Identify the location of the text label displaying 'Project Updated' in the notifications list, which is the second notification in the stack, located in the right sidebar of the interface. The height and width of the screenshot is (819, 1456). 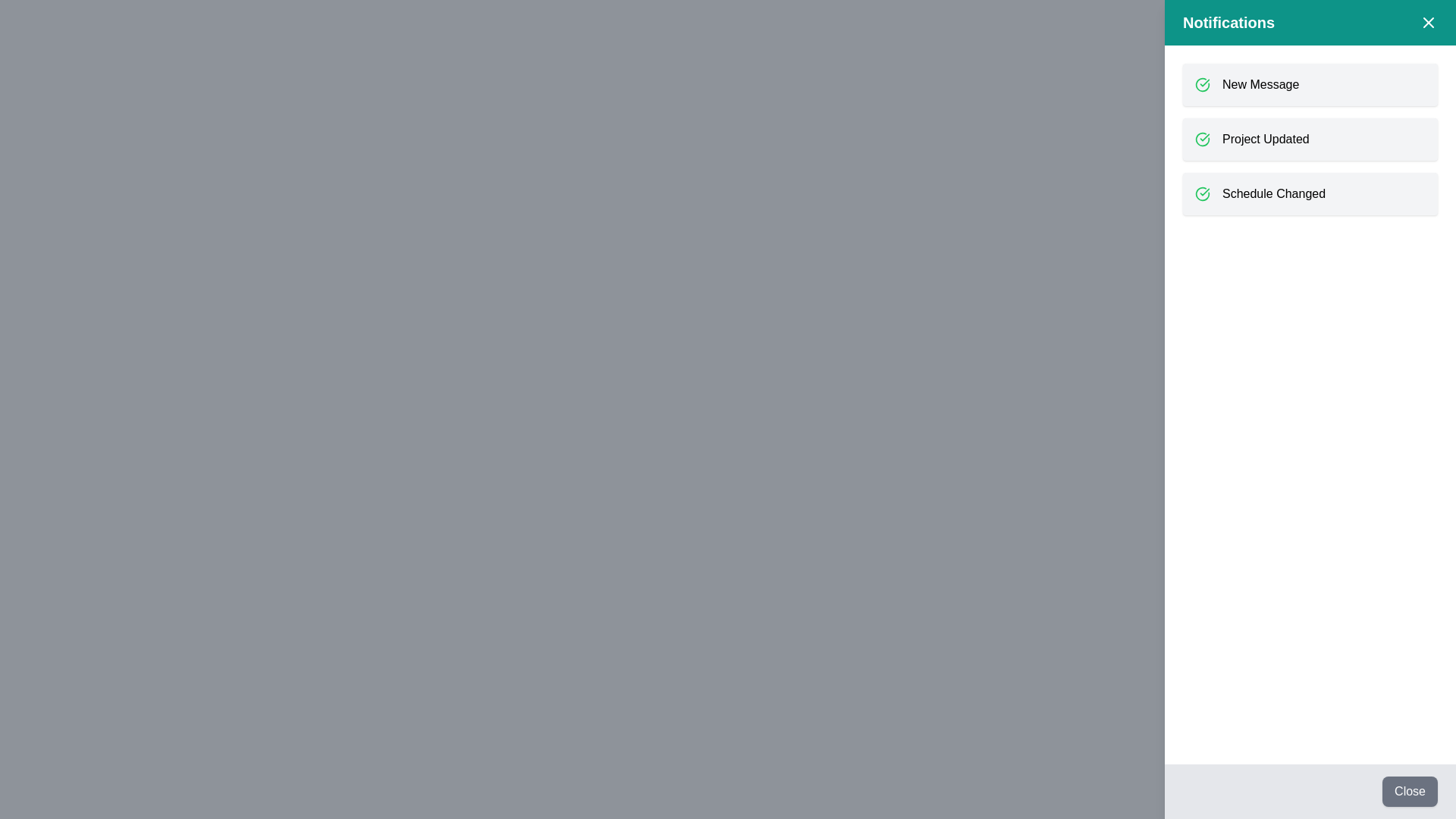
(1266, 140).